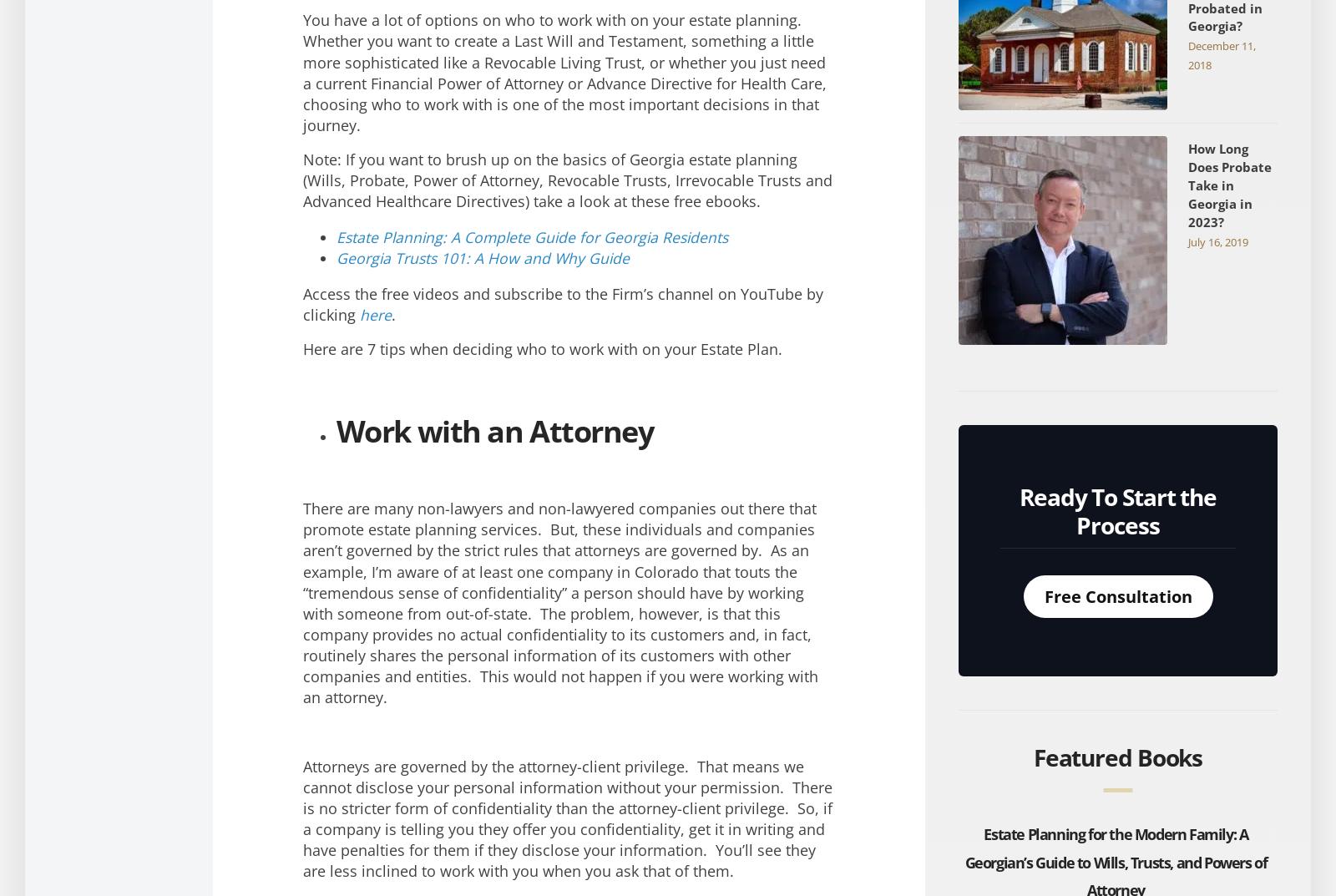  Describe the element at coordinates (567, 180) in the screenshot. I see `'Note: If you want to brush up on the basics of Georgia estate planning (Wills, Probate, Power of Attorney, Revocable Trusts, Irrevocable Trusts and Advanced Healthcare Directives) take a look at these free ebooks.'` at that location.